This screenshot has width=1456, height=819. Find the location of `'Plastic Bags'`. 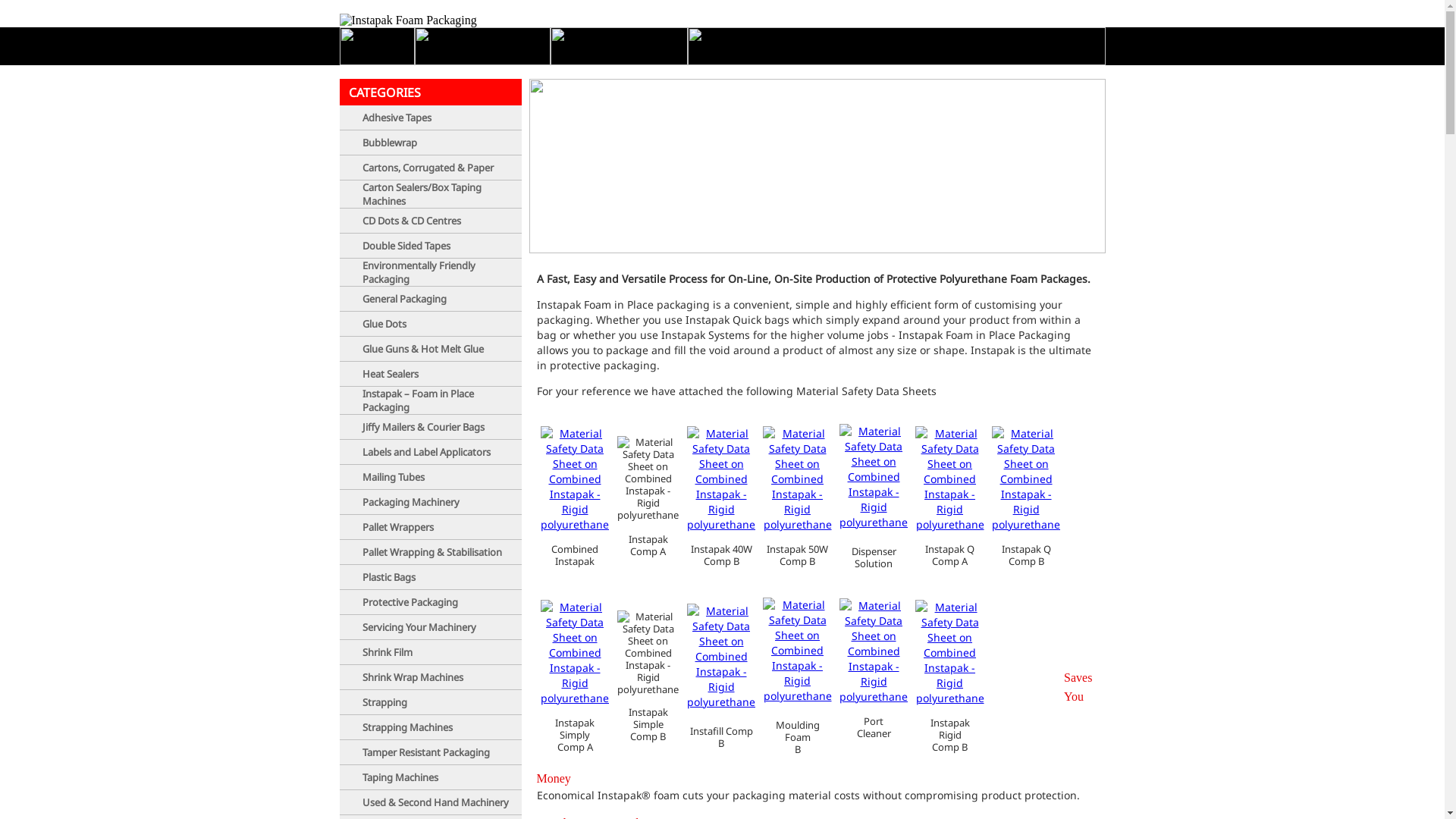

'Plastic Bags' is located at coordinates (362, 576).